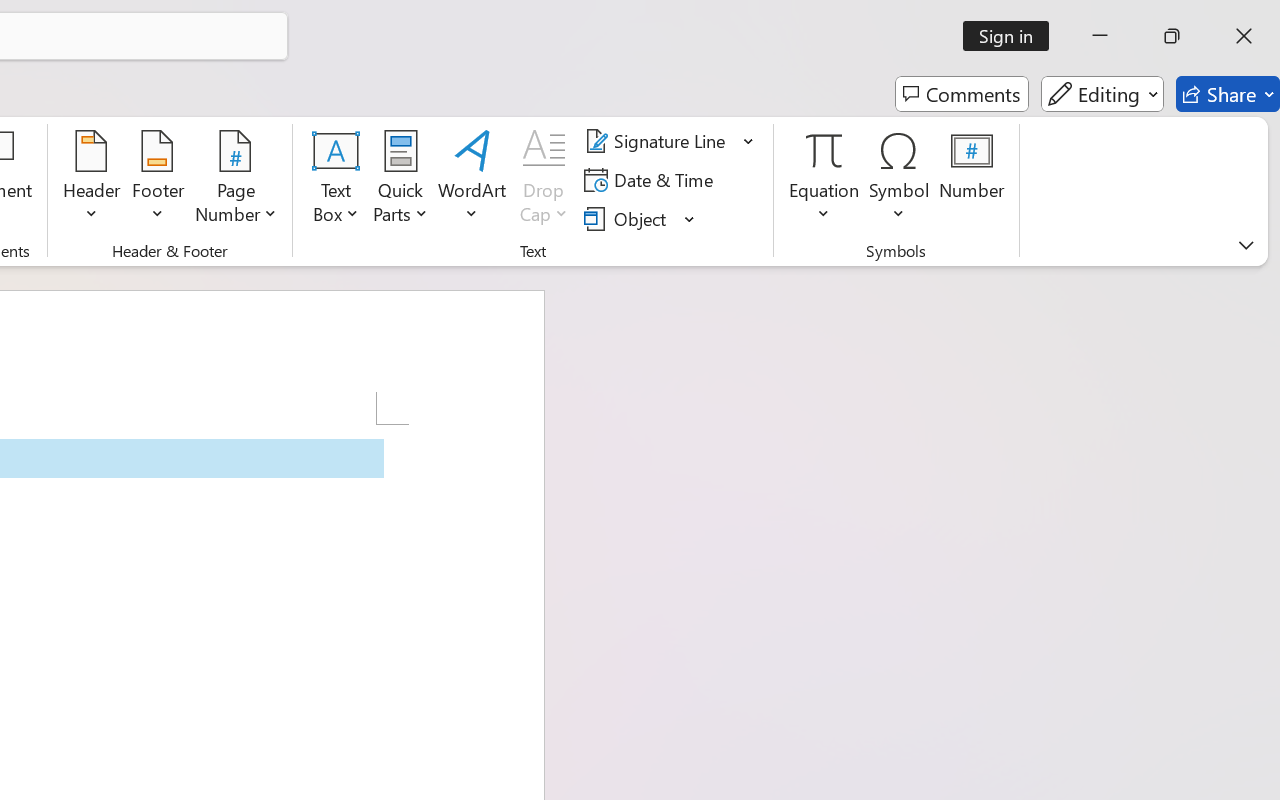  I want to click on 'Footer', so click(157, 179).